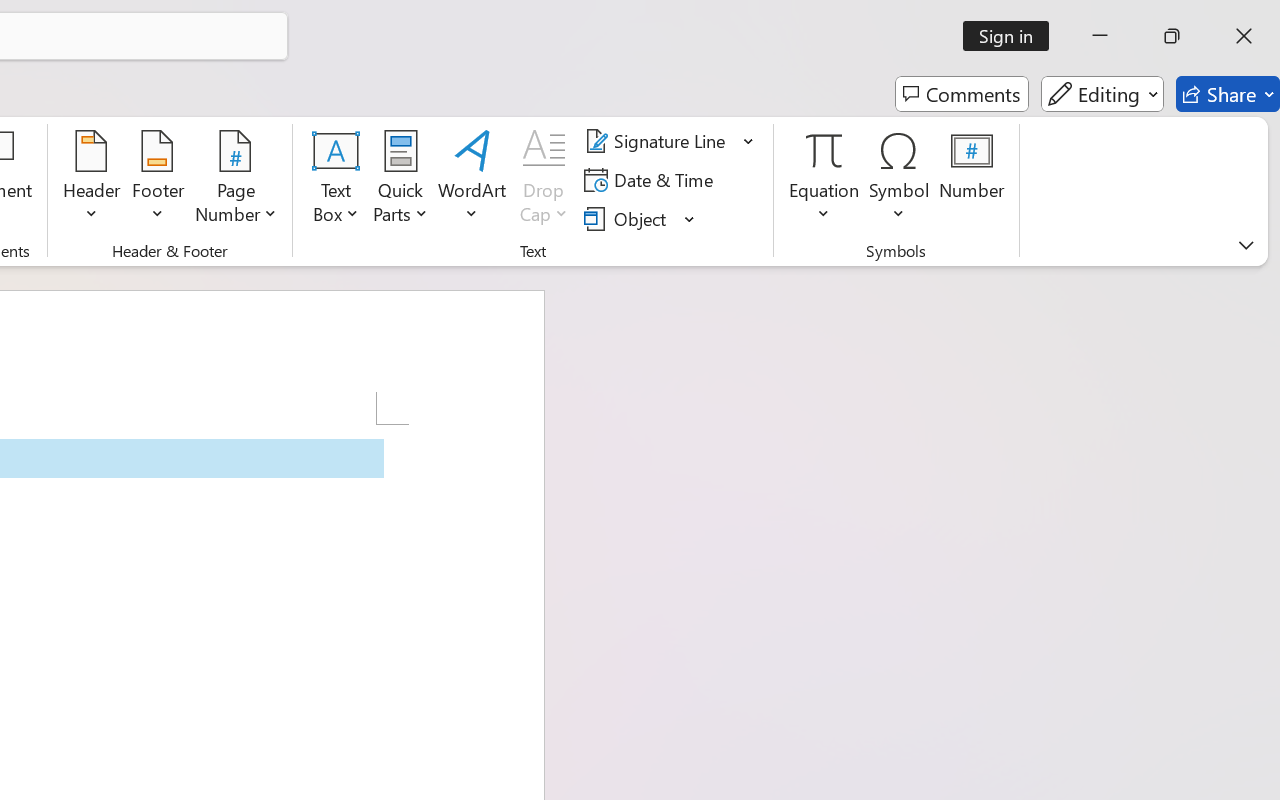  I want to click on 'Footer', so click(157, 179).